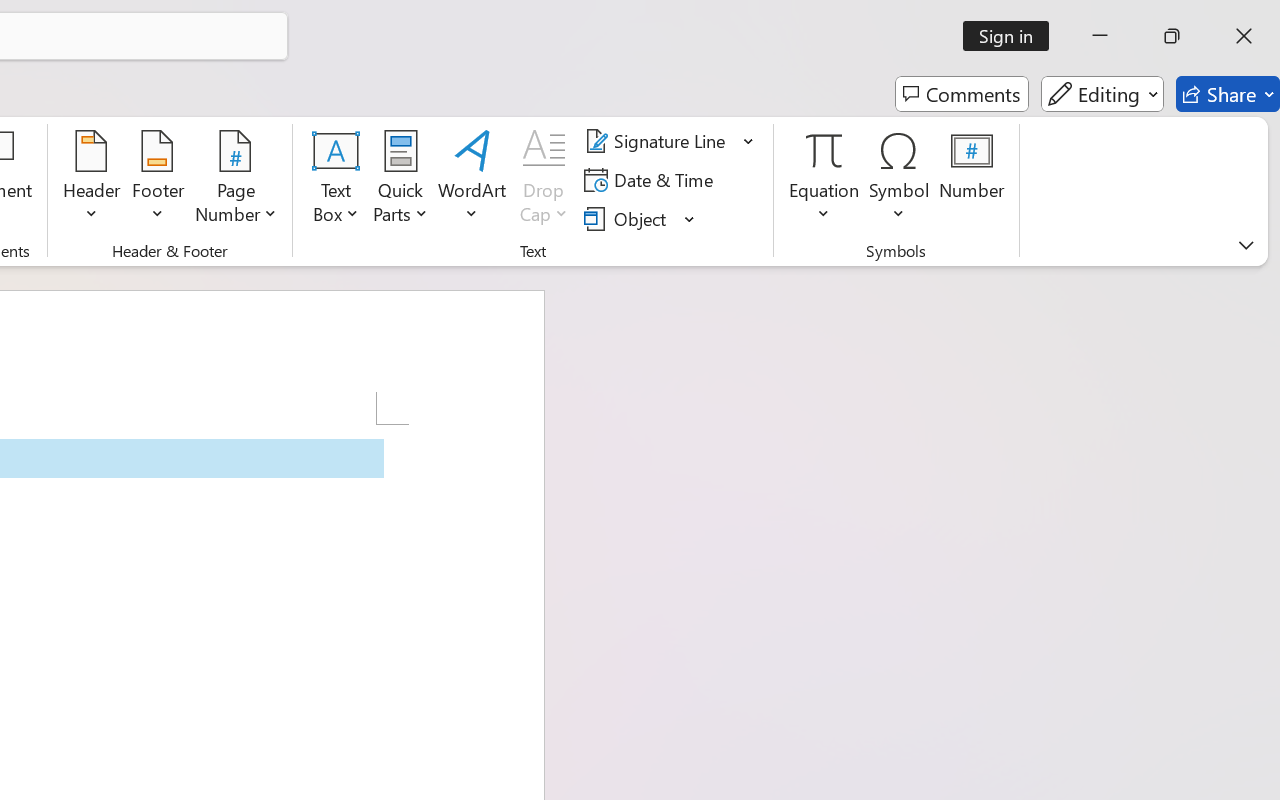  I want to click on 'Footer', so click(157, 179).